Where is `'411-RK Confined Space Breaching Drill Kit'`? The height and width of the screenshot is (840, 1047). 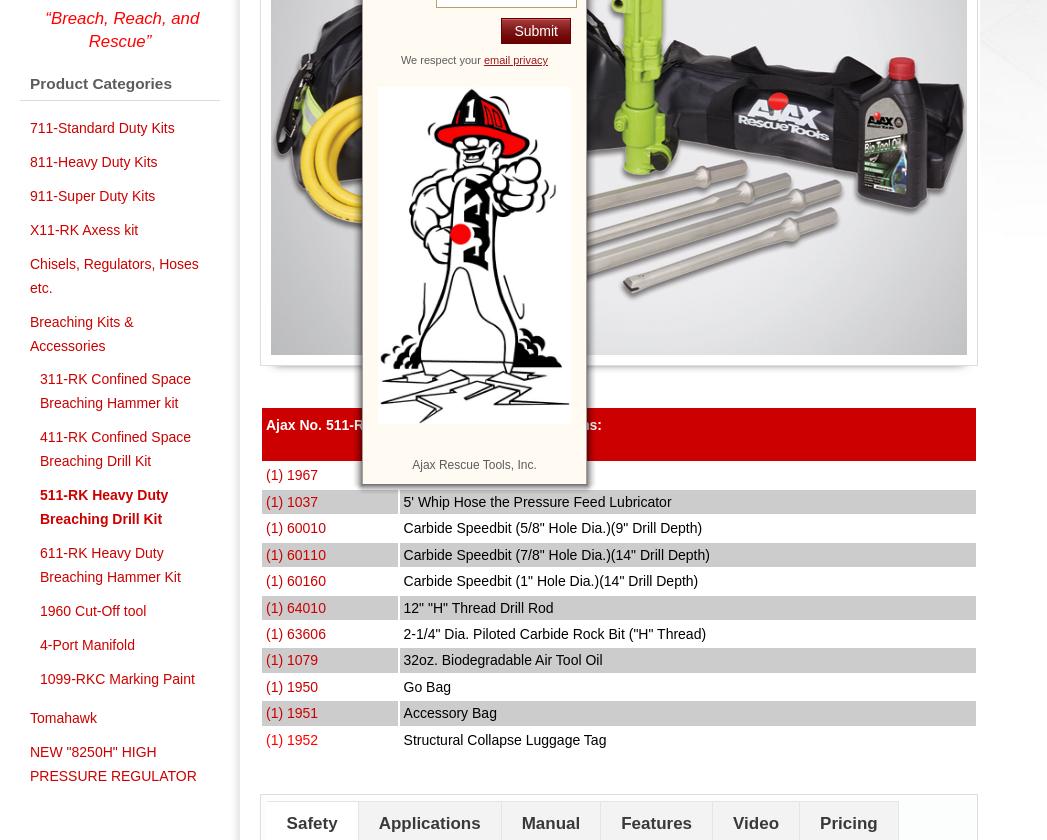 '411-RK Confined Space Breaching Drill Kit' is located at coordinates (114, 447).